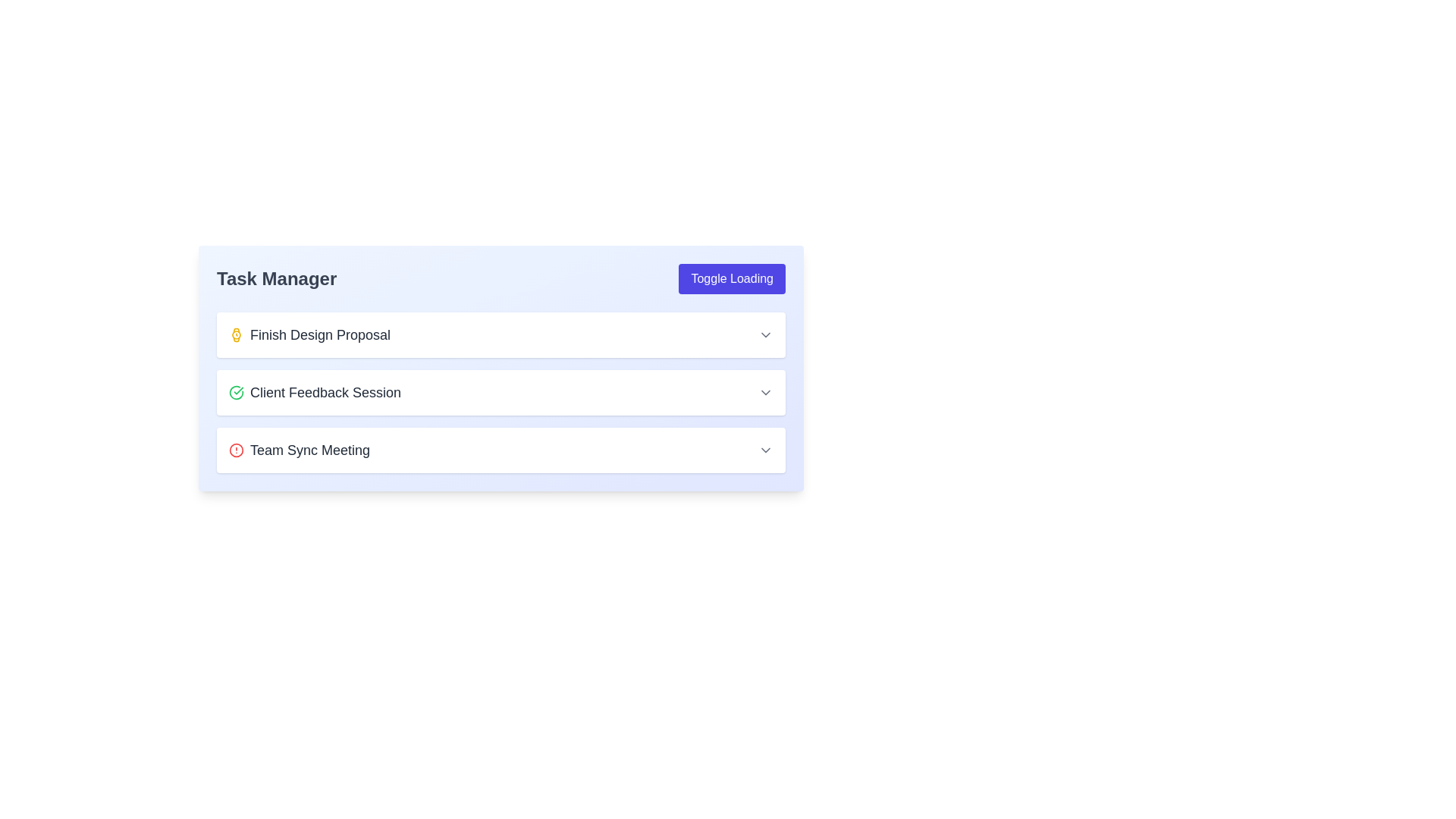  I want to click on the 'Team Sync Meeting' task entry, so click(300, 450).